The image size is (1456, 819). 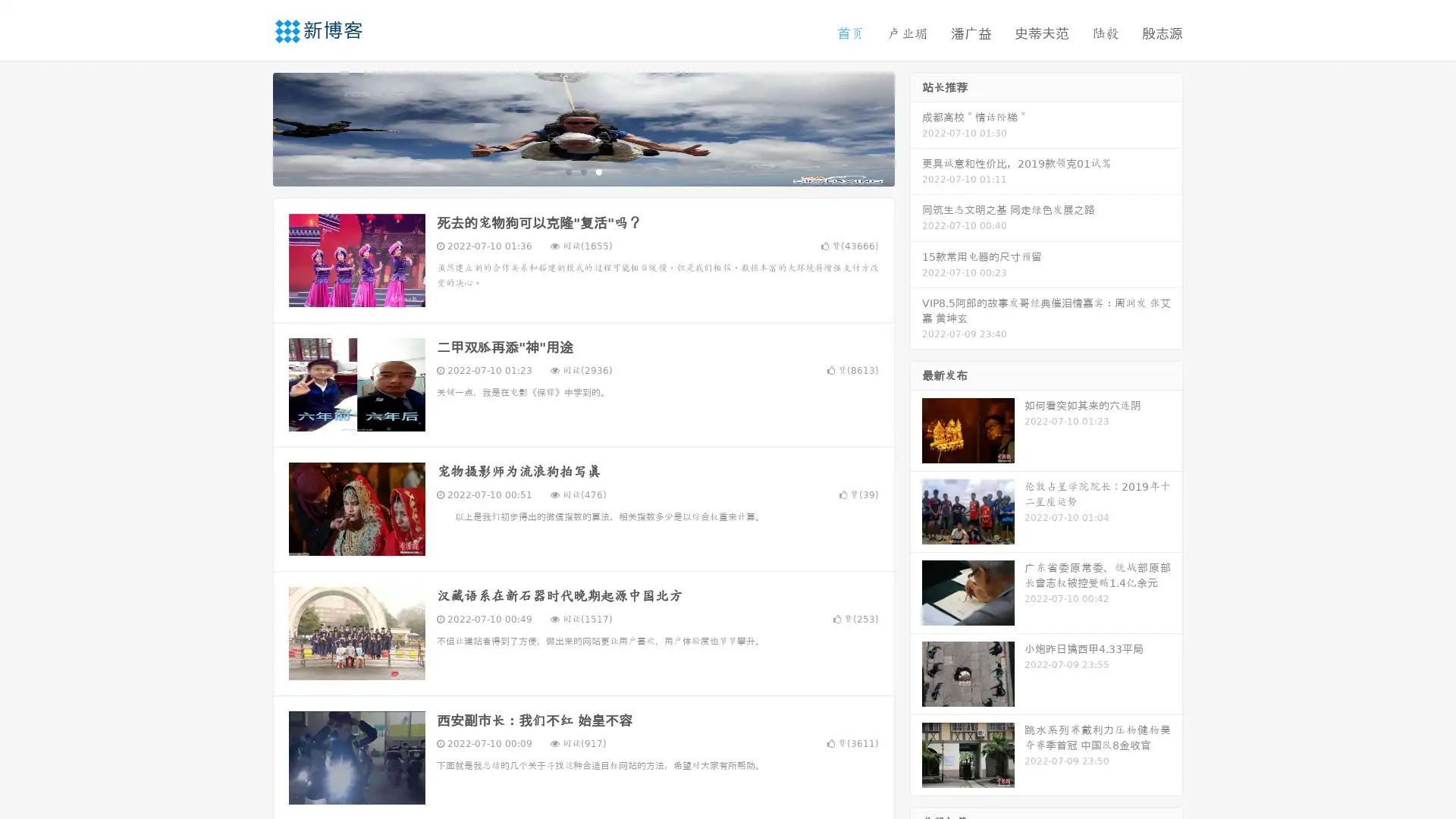 I want to click on Go to slide 3, so click(x=598, y=171).